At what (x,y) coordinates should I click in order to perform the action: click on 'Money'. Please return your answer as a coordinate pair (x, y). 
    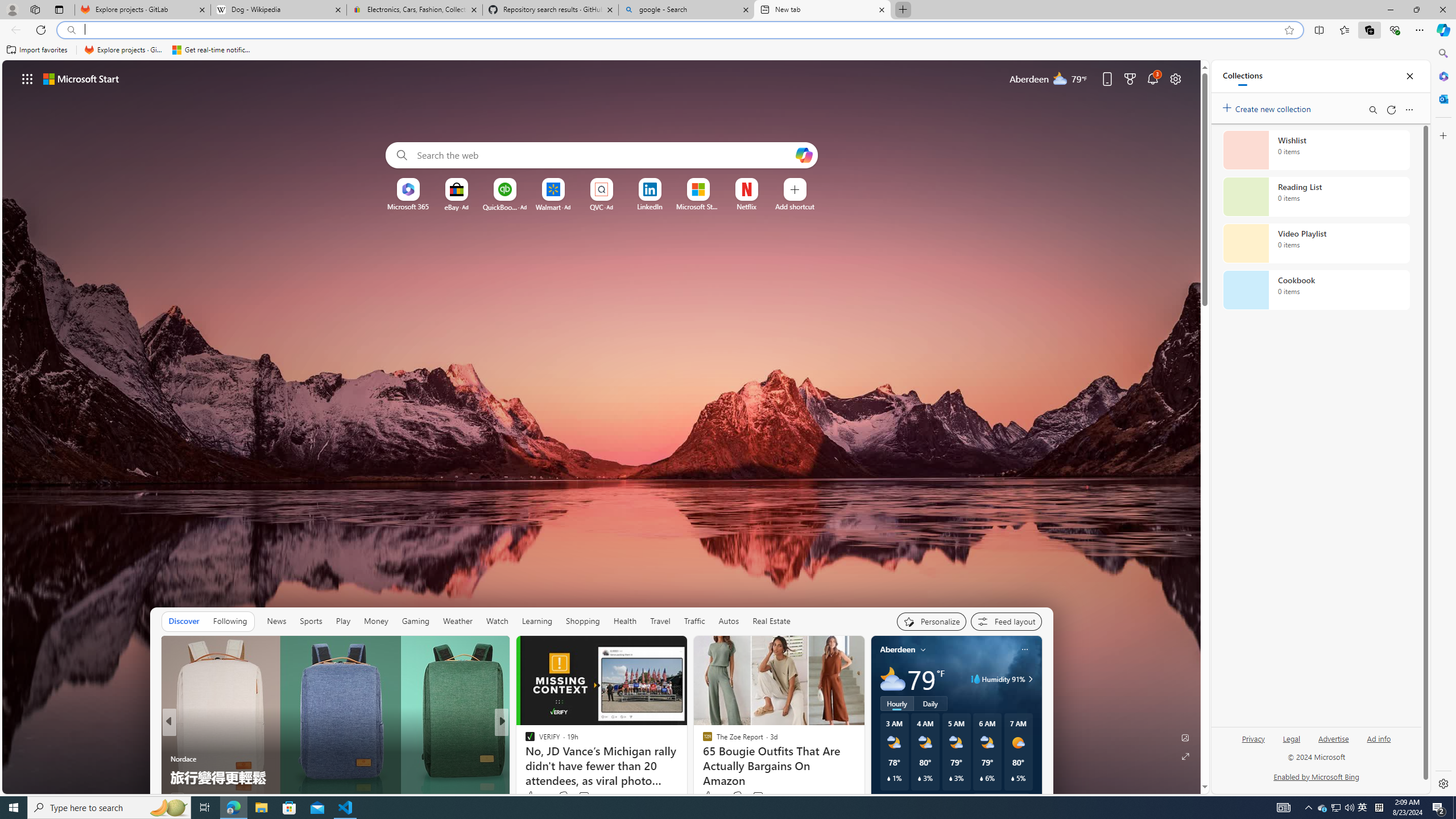
    Looking at the image, I should click on (375, 621).